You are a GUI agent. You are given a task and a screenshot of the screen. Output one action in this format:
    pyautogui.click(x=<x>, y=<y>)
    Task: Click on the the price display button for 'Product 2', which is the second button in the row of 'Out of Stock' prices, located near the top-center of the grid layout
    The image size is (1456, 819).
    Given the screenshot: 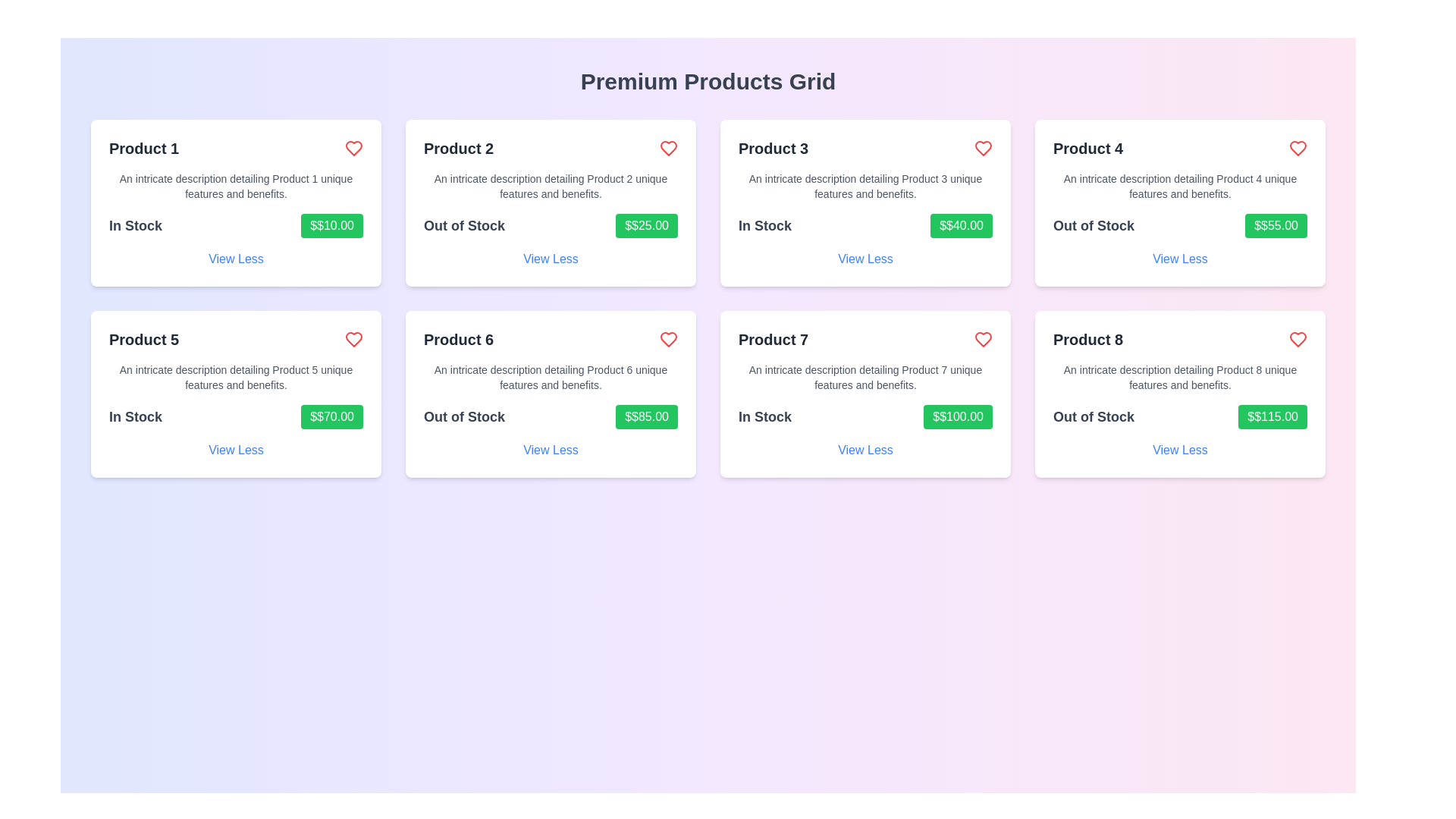 What is the action you would take?
    pyautogui.click(x=647, y=225)
    